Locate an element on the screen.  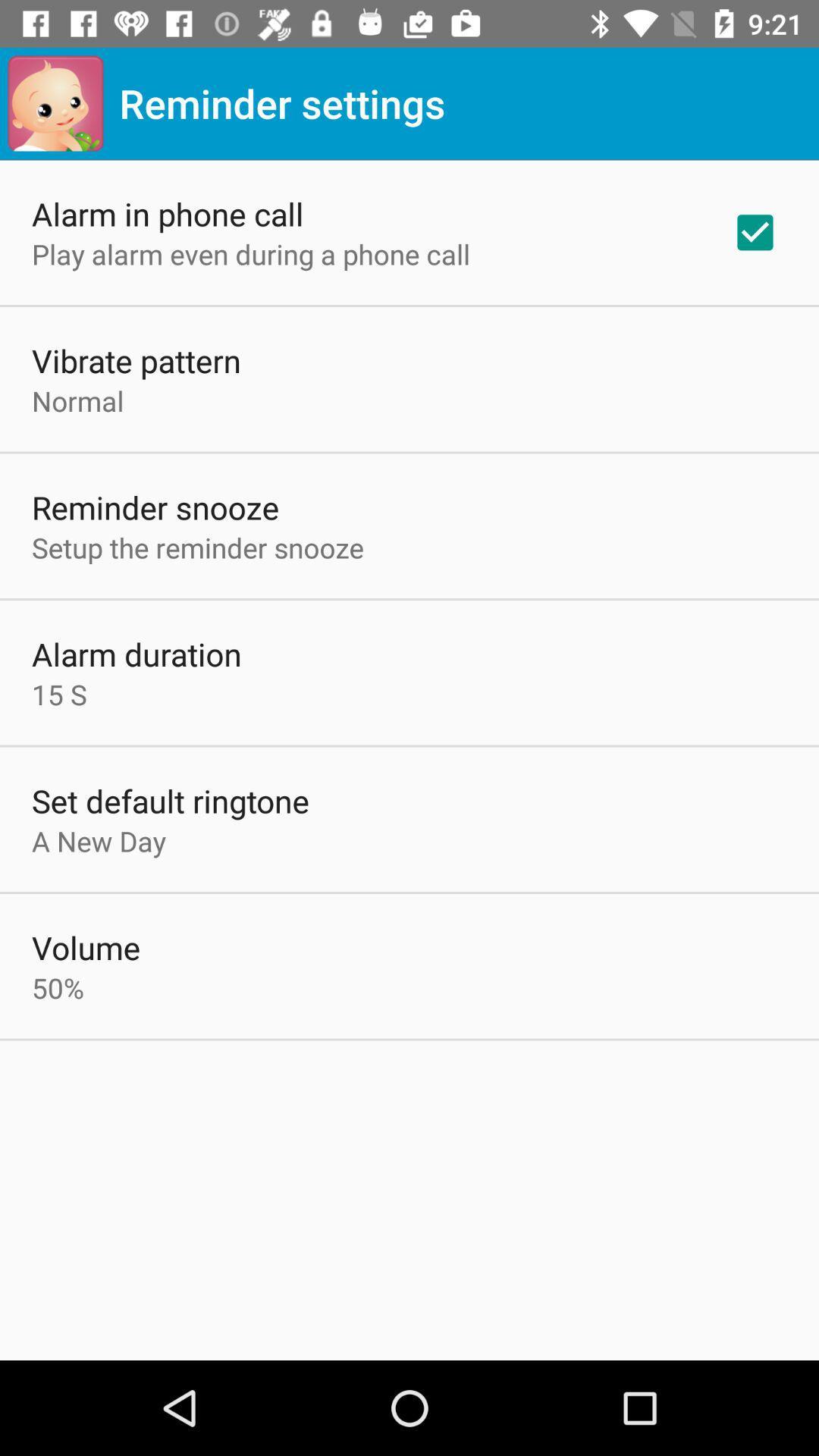
the icon above the reminder snooze app is located at coordinates (77, 400).